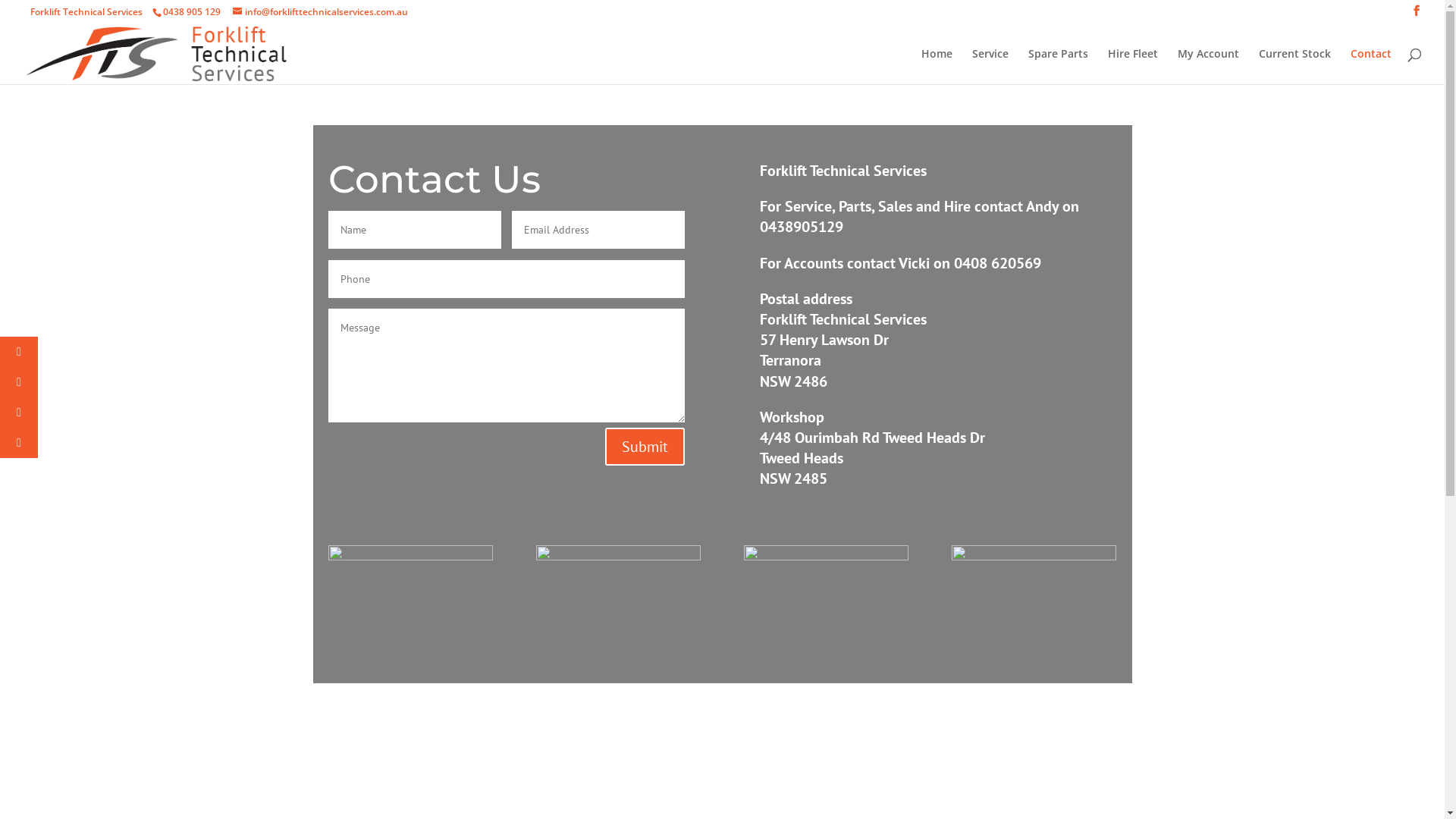  I want to click on '0438 905 129', so click(190, 11).